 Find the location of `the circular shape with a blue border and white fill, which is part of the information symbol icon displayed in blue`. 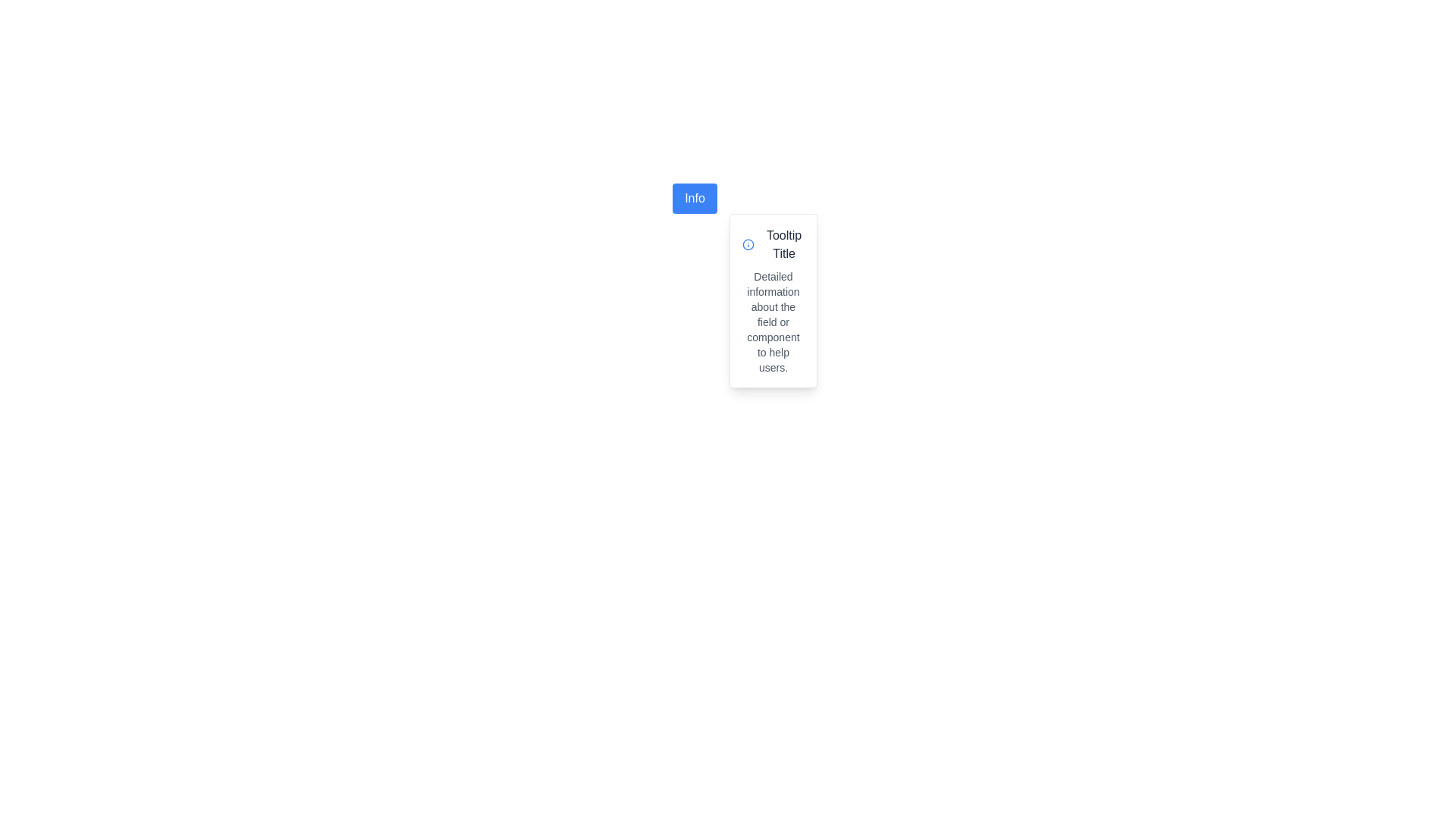

the circular shape with a blue border and white fill, which is part of the information symbol icon displayed in blue is located at coordinates (748, 244).